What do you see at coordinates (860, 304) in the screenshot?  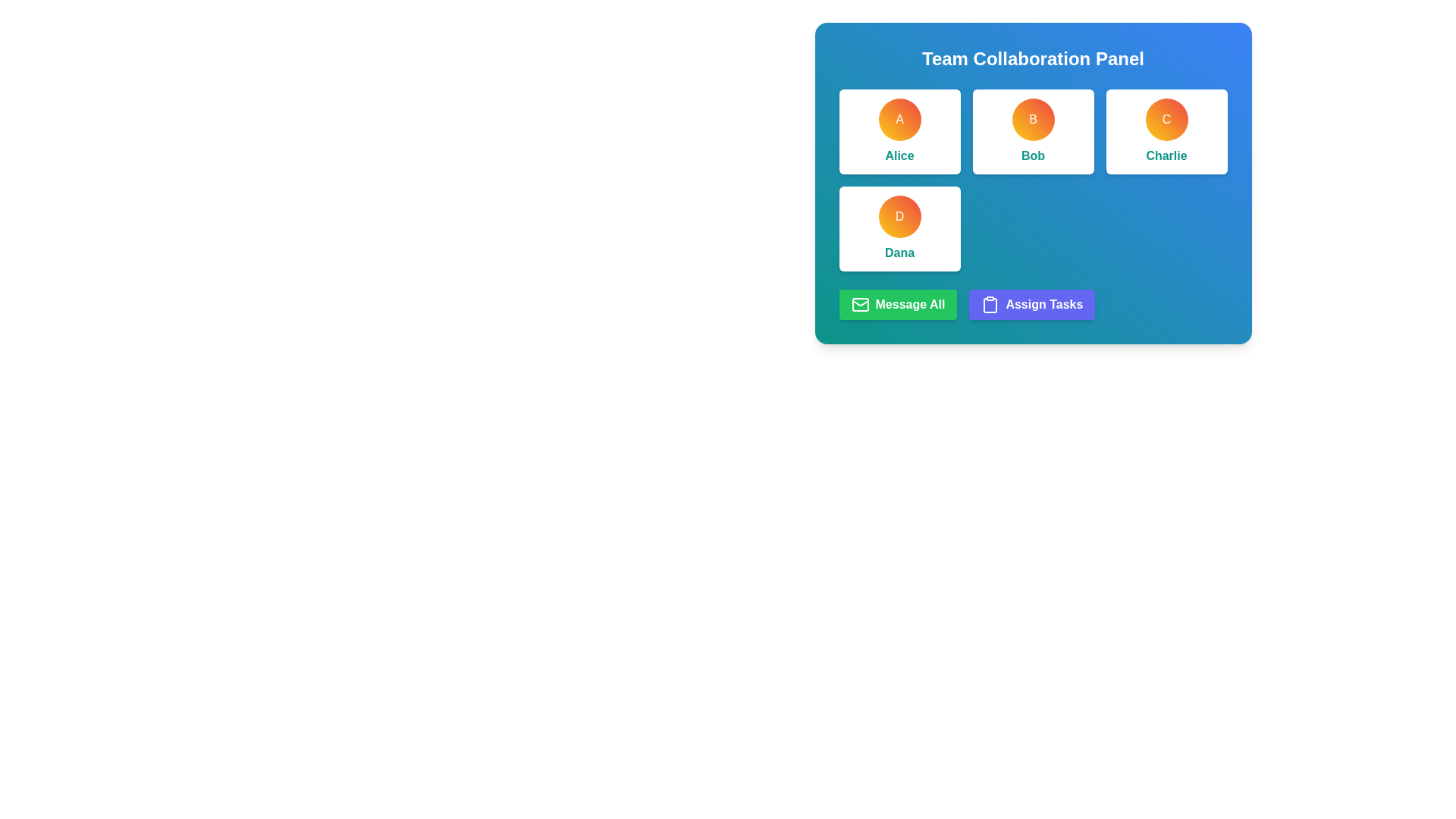 I see `the mail icon, which is a white envelope outline on a green background, located to the left of the 'Message All' button in the Team Collaboration Panel` at bounding box center [860, 304].